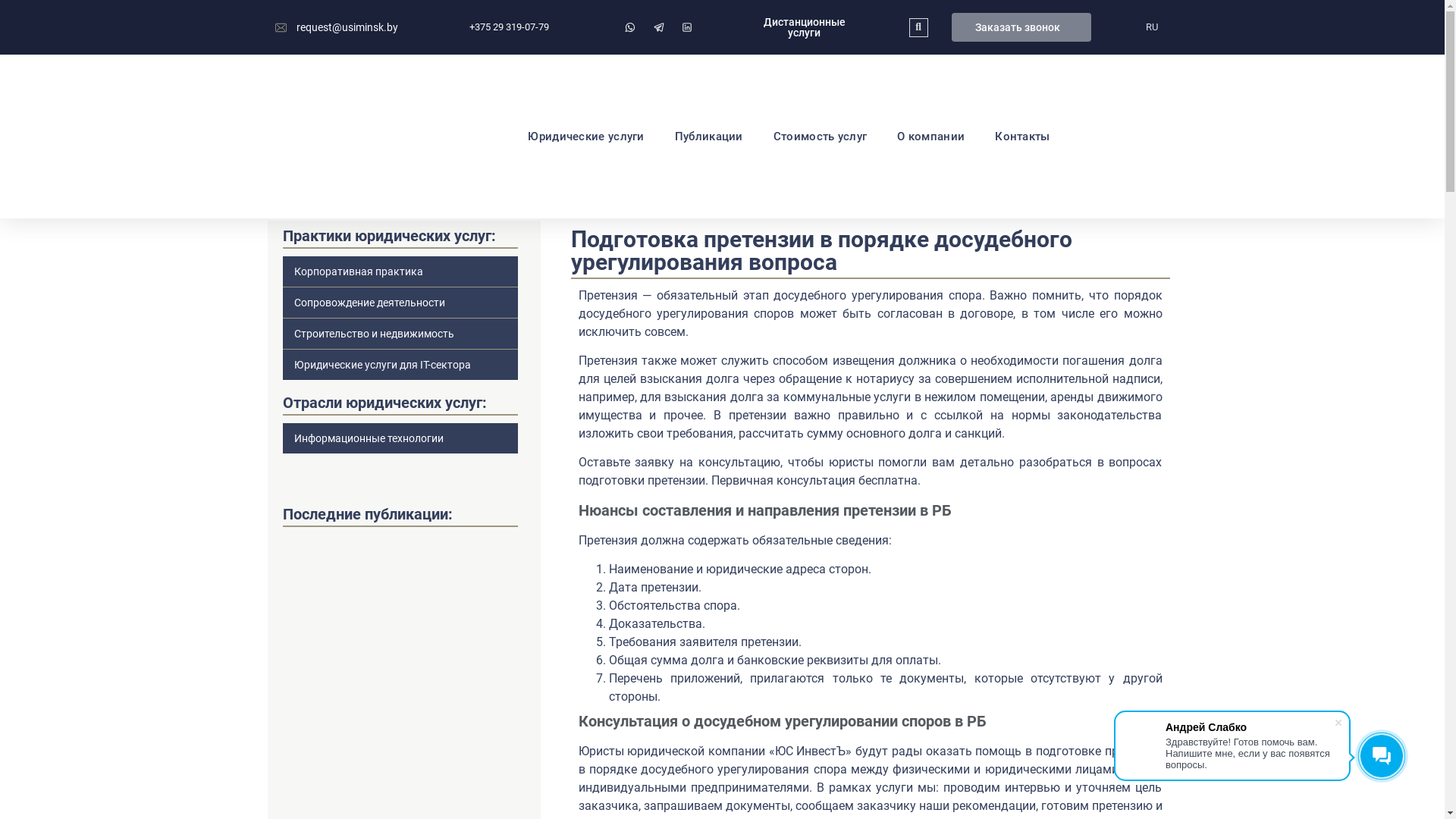 The height and width of the screenshot is (819, 1456). I want to click on 'request@usiminsk.by', so click(335, 27).